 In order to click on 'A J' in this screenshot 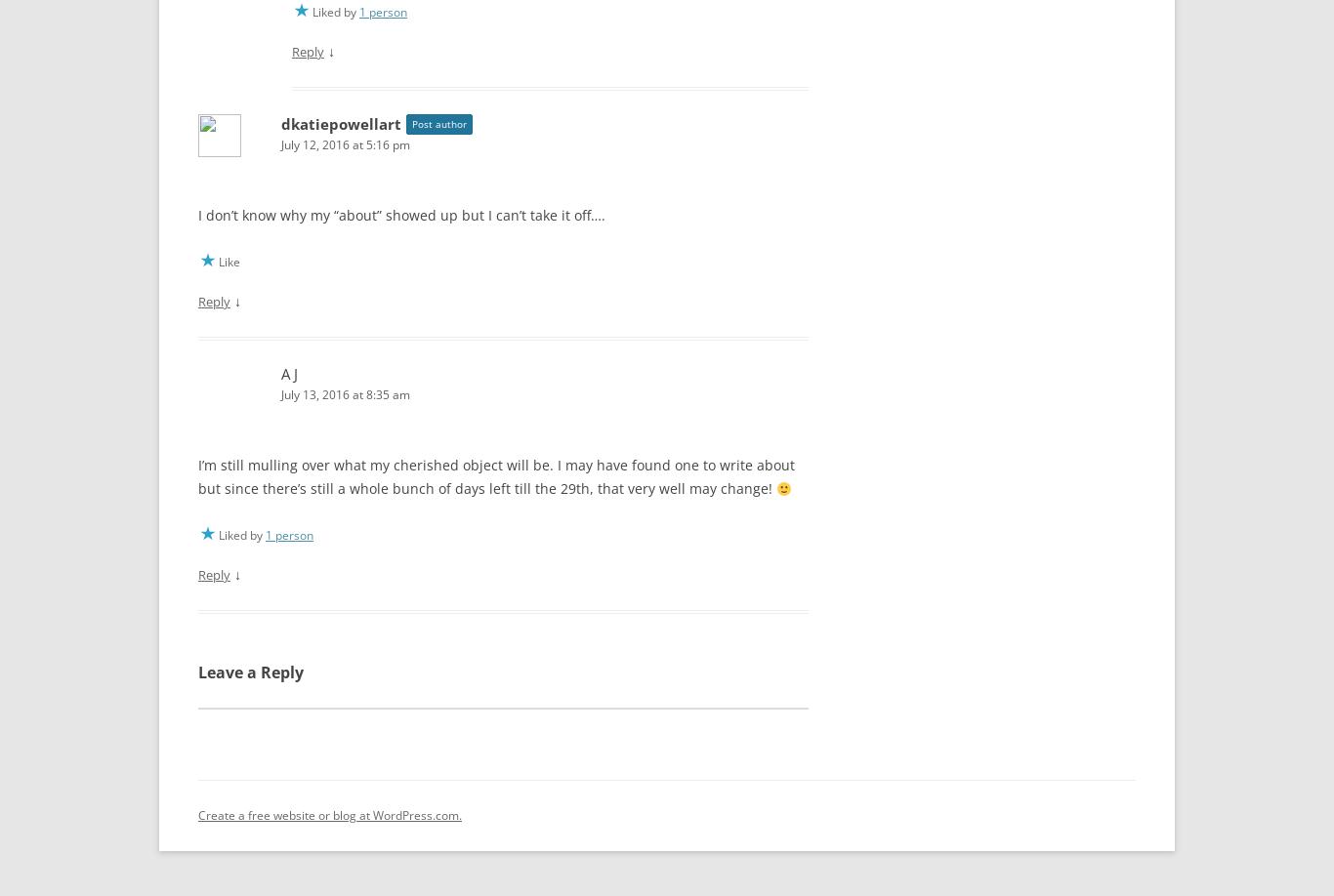, I will do `click(280, 369)`.